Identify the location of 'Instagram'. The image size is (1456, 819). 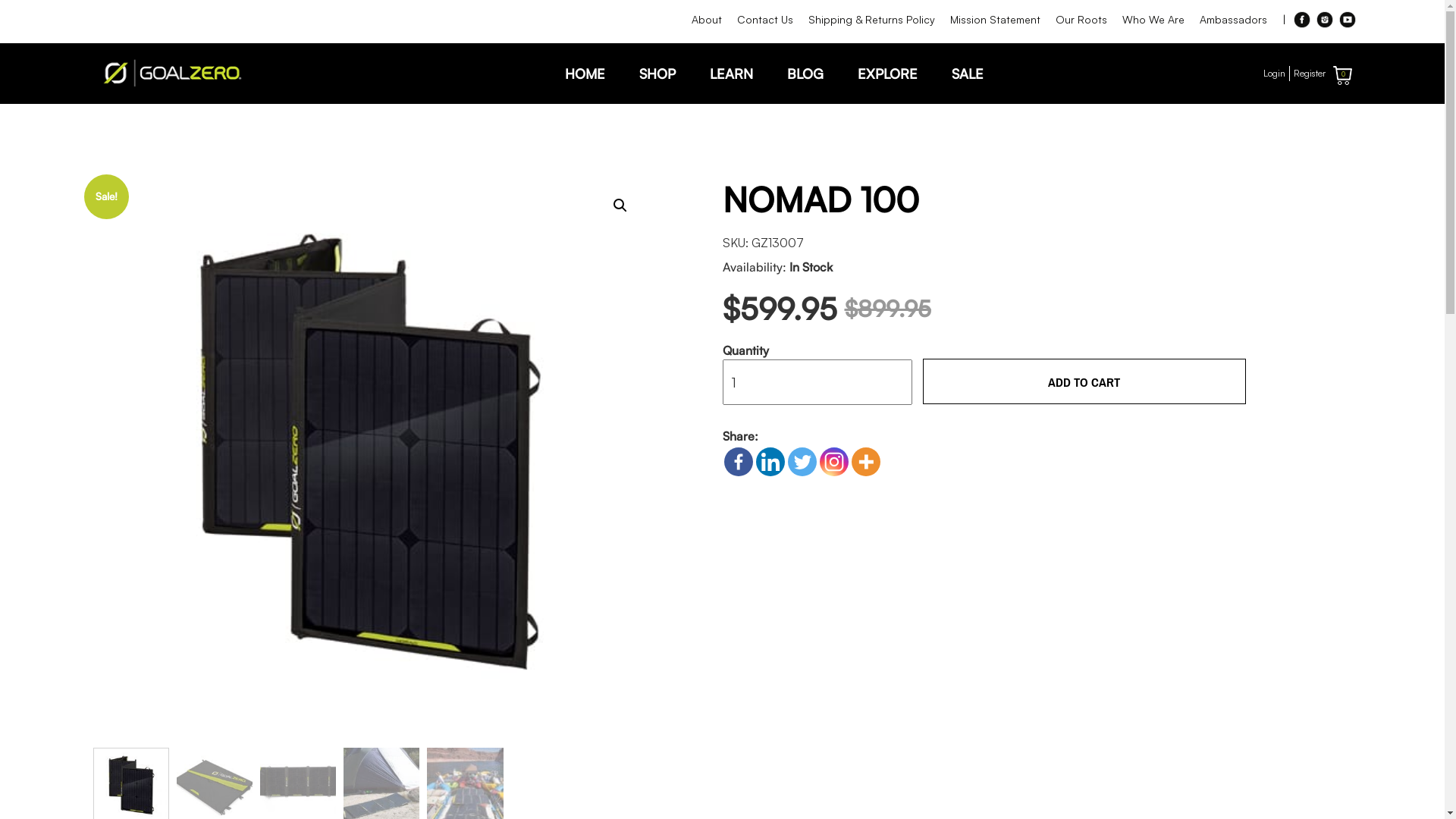
(1324, 20).